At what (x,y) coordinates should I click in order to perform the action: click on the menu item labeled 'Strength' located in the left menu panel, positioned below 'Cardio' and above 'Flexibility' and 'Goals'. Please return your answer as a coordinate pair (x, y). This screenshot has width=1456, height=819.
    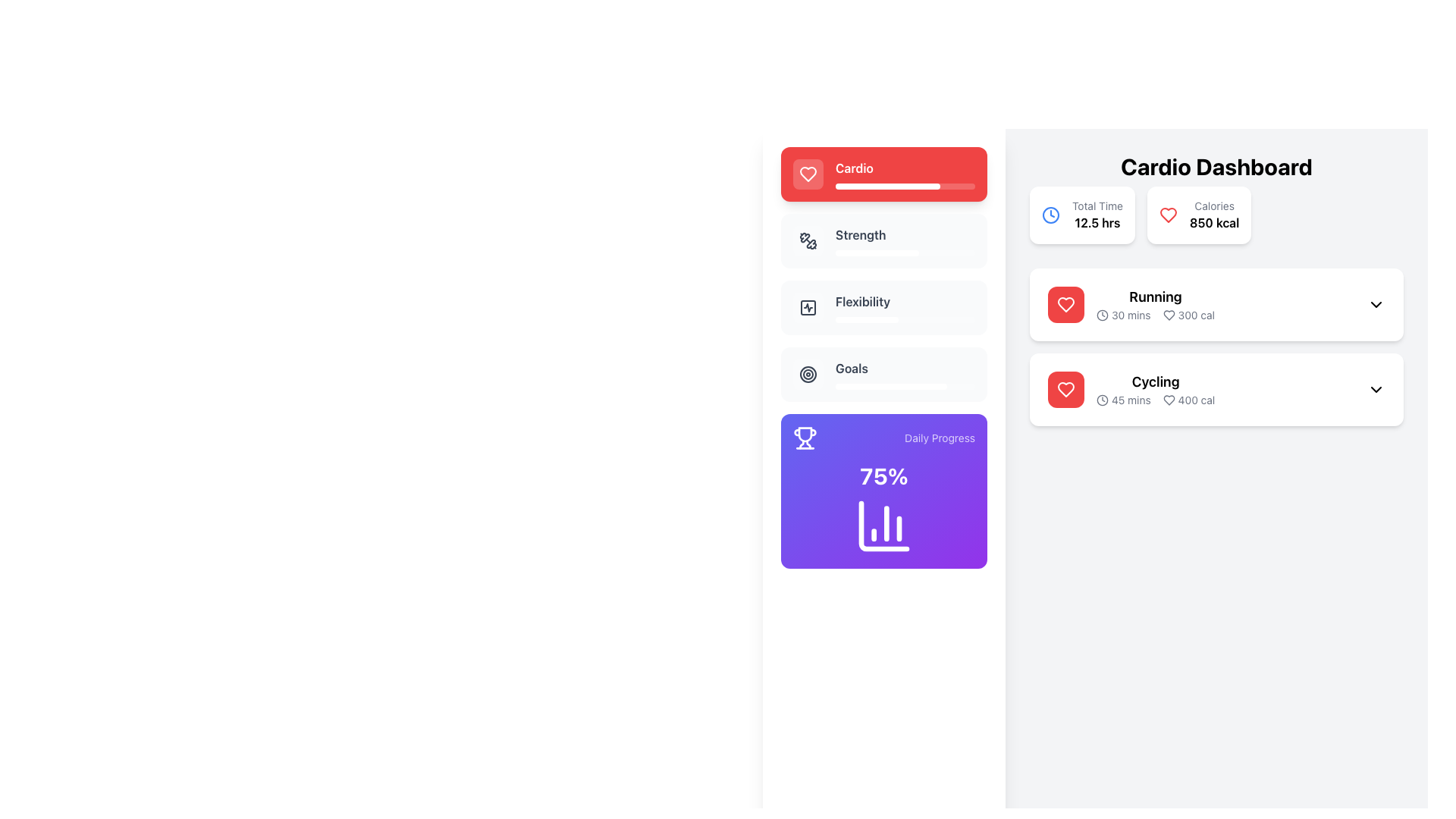
    Looking at the image, I should click on (884, 240).